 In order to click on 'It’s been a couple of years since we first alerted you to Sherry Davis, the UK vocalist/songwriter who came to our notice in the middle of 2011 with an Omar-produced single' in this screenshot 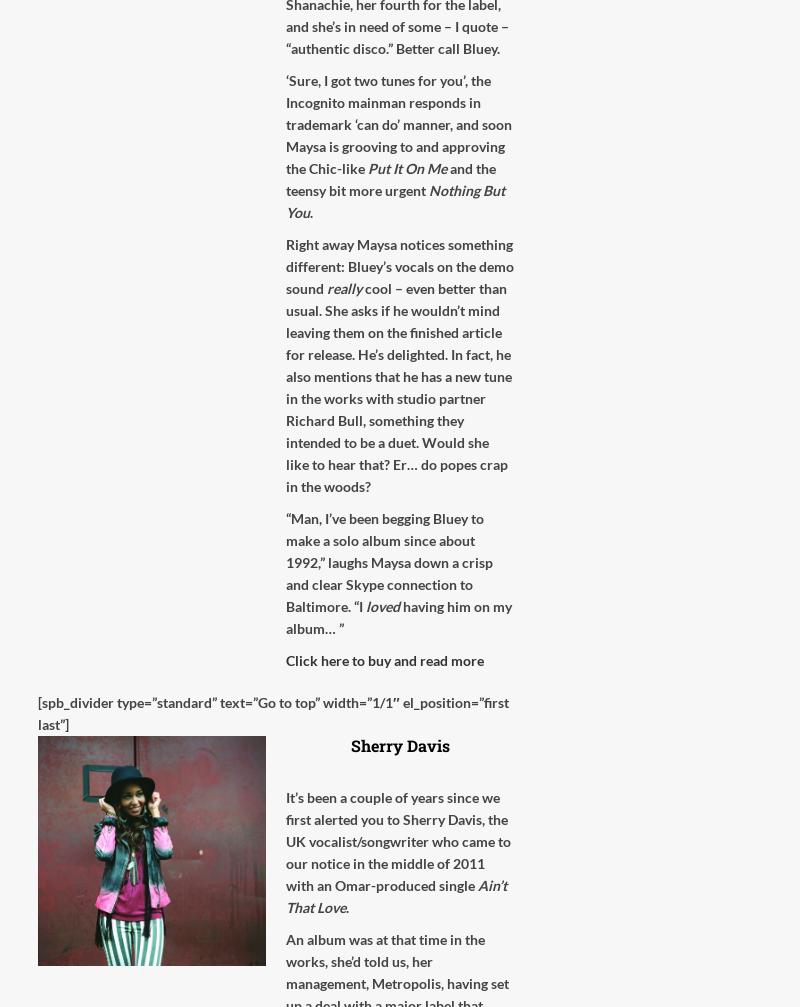, I will do `click(397, 840)`.